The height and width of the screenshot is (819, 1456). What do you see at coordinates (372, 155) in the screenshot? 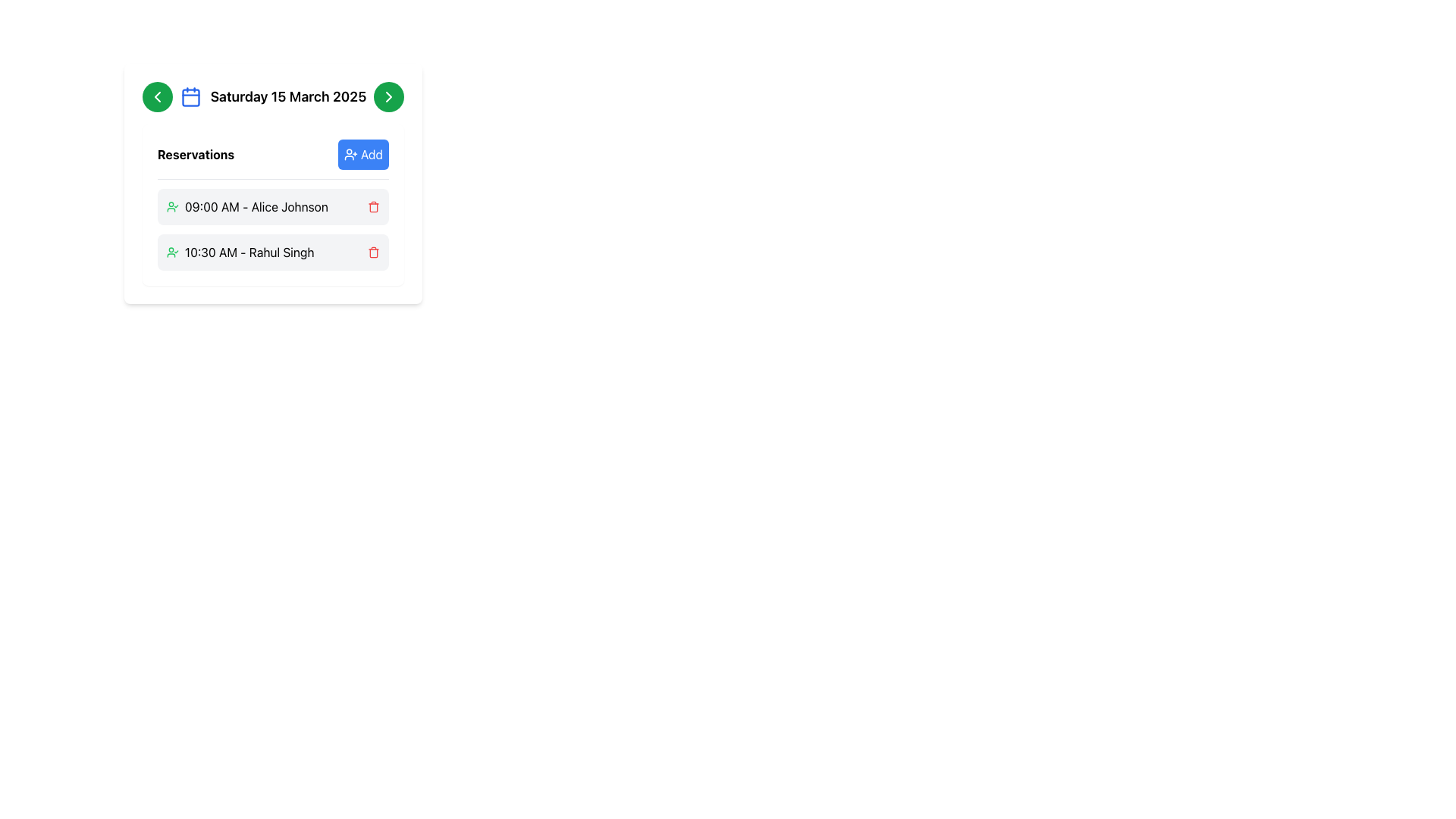
I see `the label text in the top-right corner of the reservations section` at bounding box center [372, 155].